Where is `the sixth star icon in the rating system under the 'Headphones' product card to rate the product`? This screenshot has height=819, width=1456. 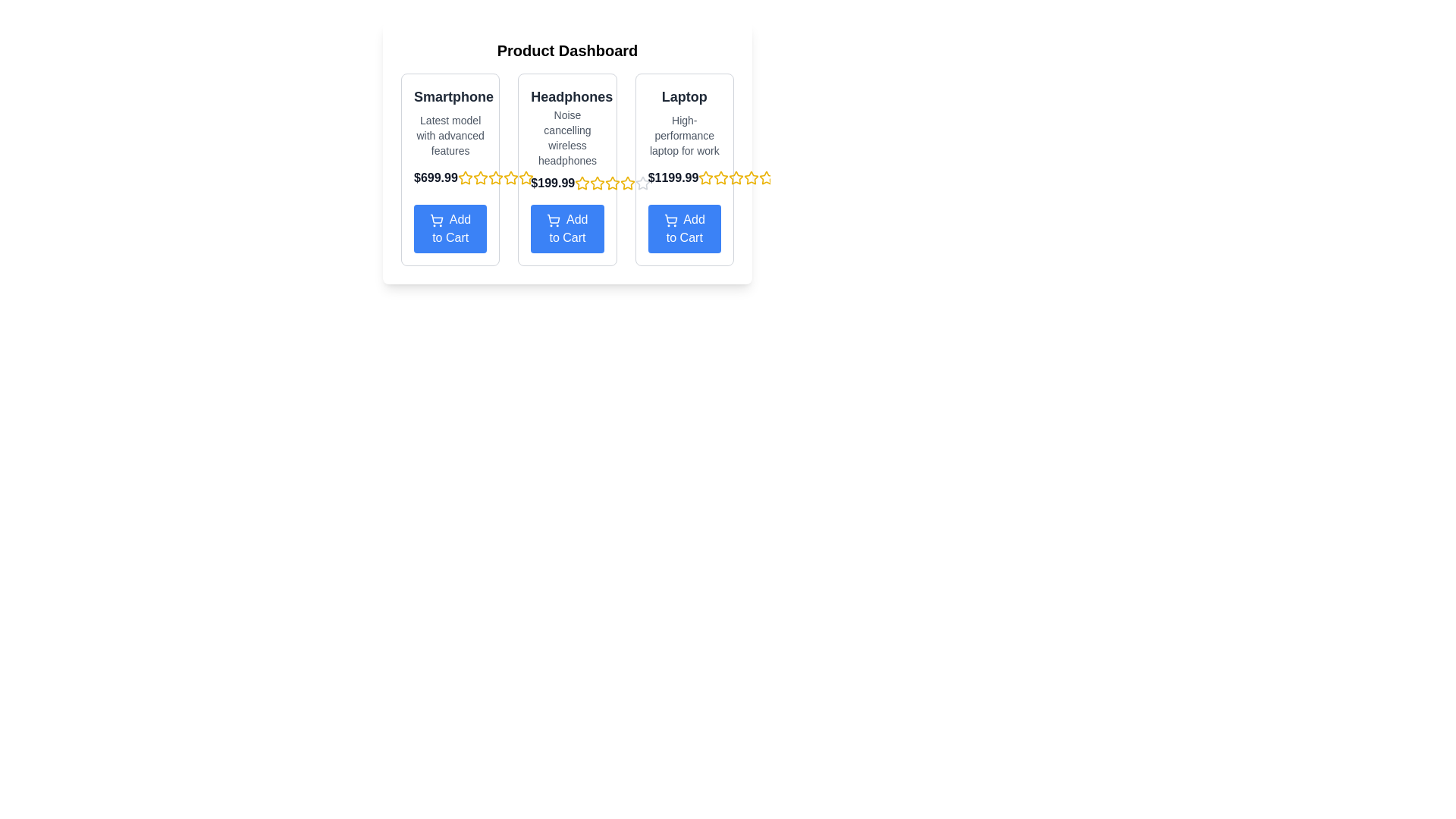
the sixth star icon in the rating system under the 'Headphones' product card to rate the product is located at coordinates (597, 182).